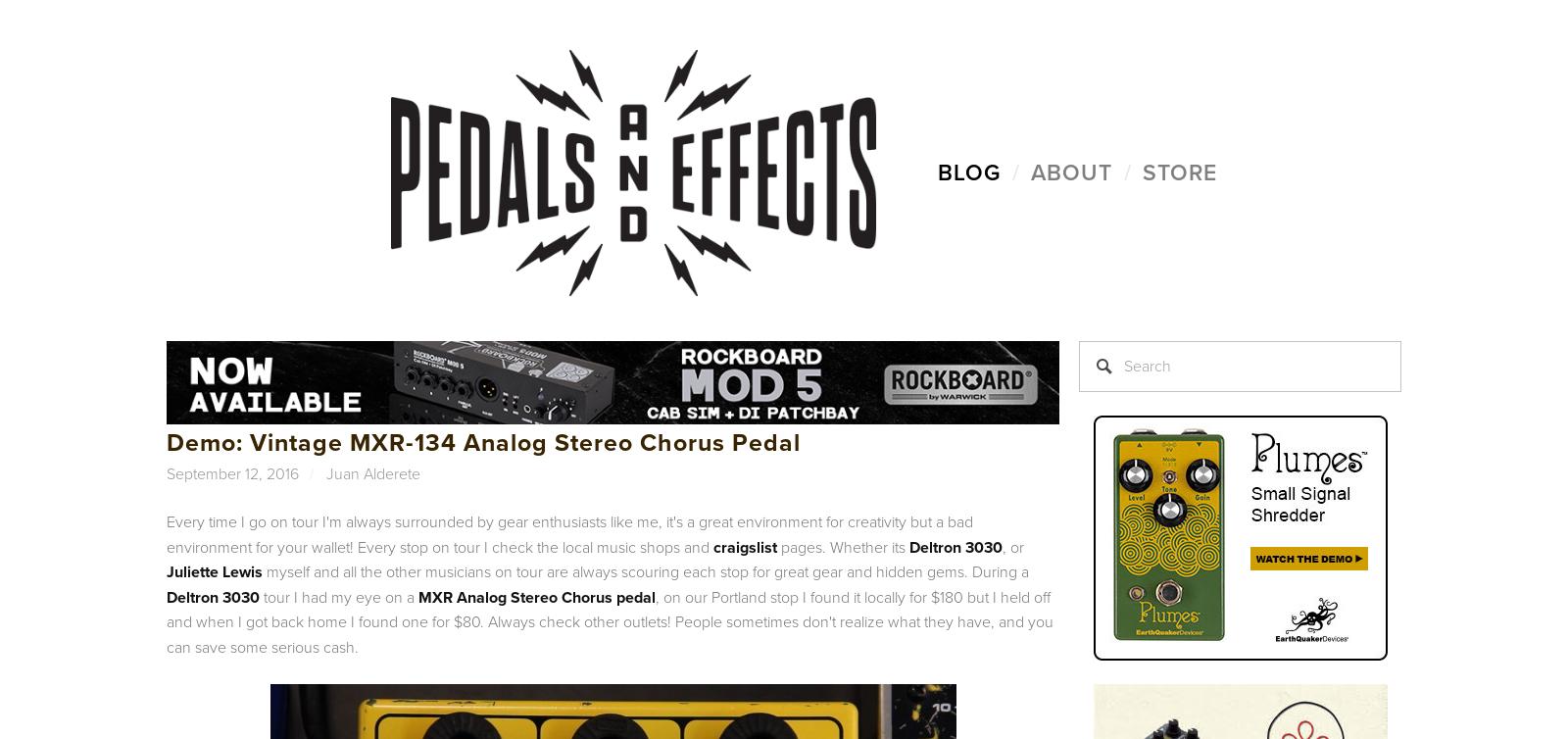  What do you see at coordinates (372, 472) in the screenshot?
I see `'Juan Alderete'` at bounding box center [372, 472].